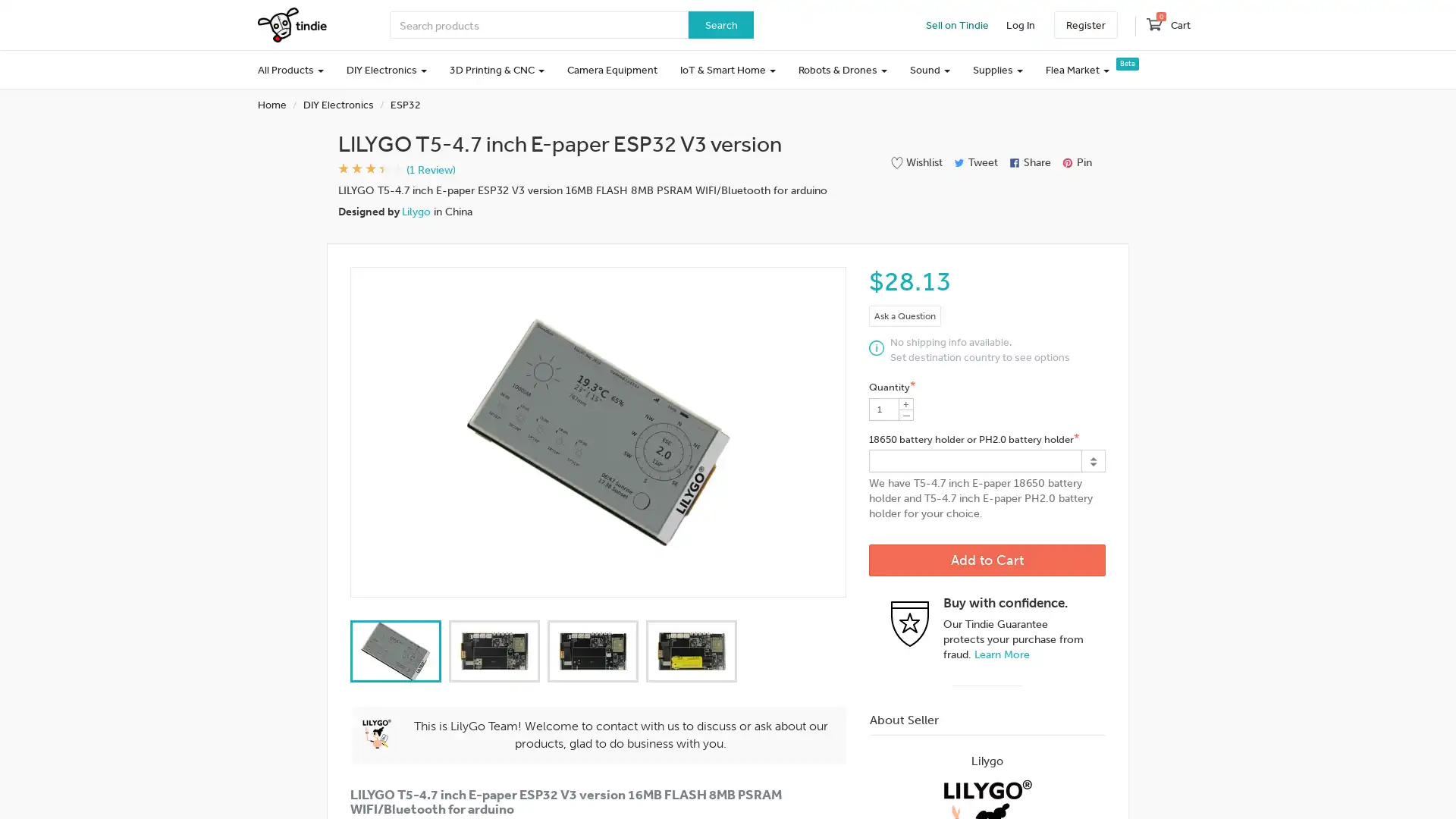  Describe the element at coordinates (720, 25) in the screenshot. I see `Search` at that location.